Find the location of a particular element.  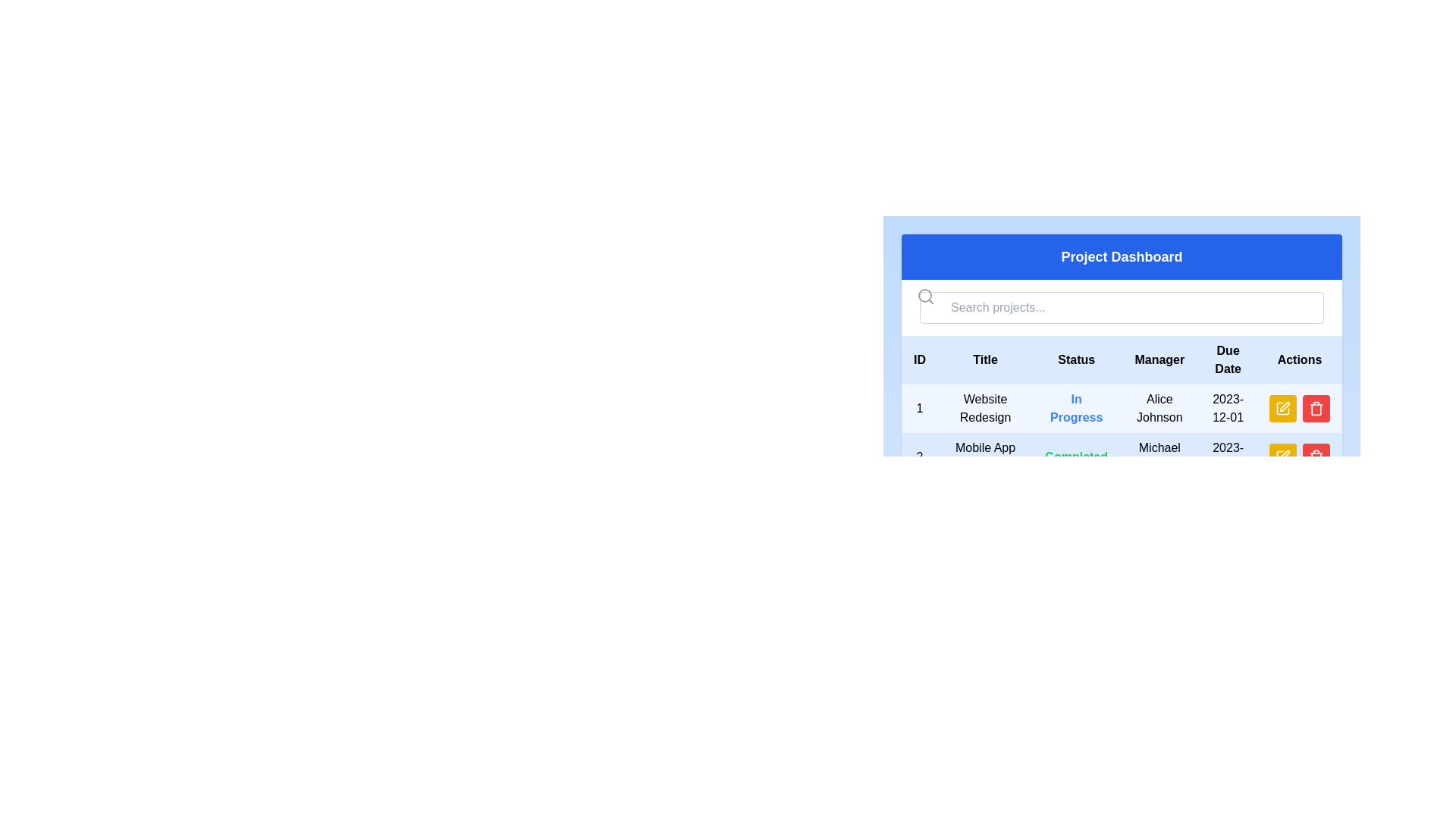

the delete button located in the 'Actions' column of the first row corresponding to 'Website Redesign' is located at coordinates (1298, 408).